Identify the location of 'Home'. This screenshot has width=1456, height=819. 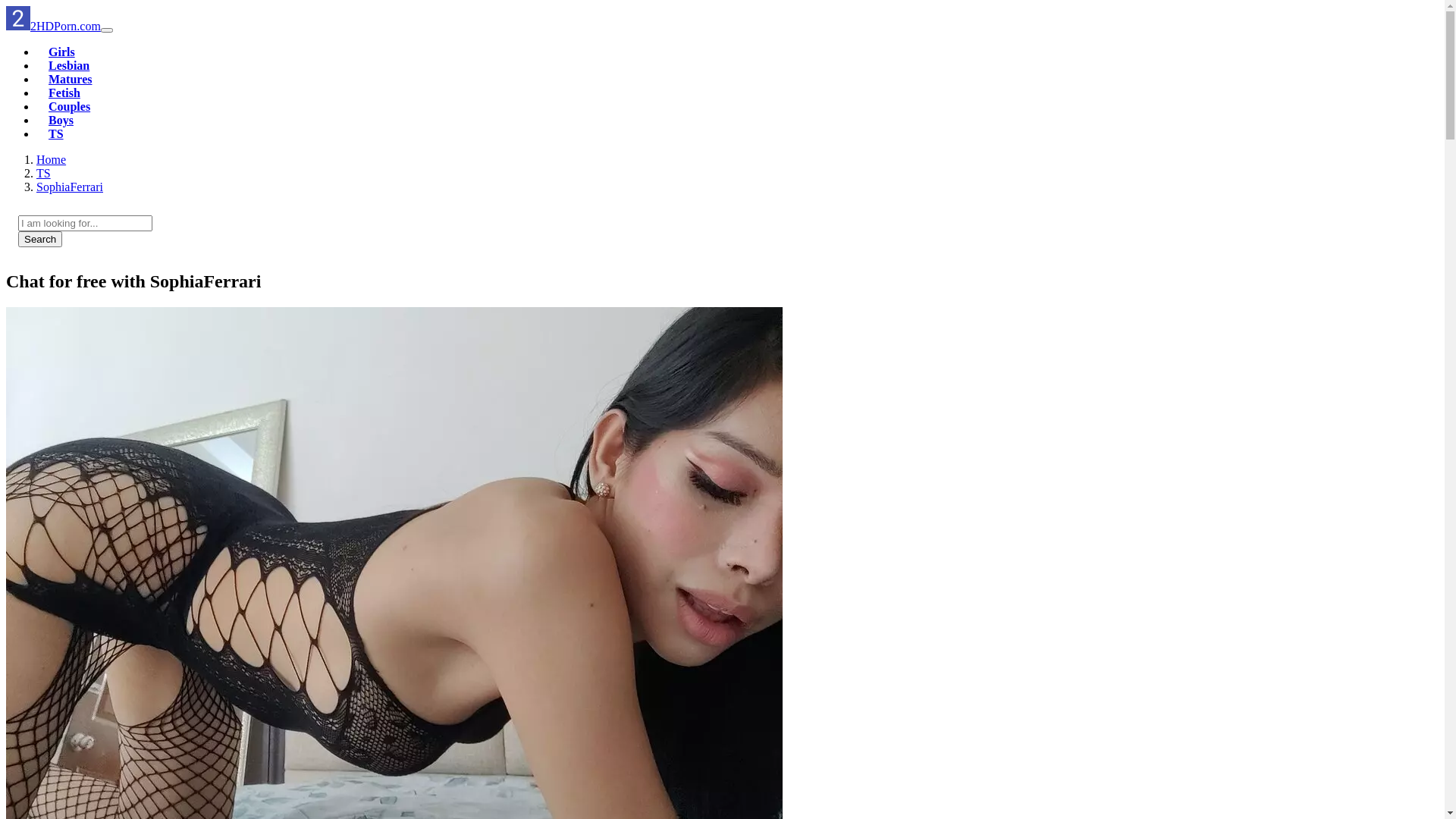
(51, 159).